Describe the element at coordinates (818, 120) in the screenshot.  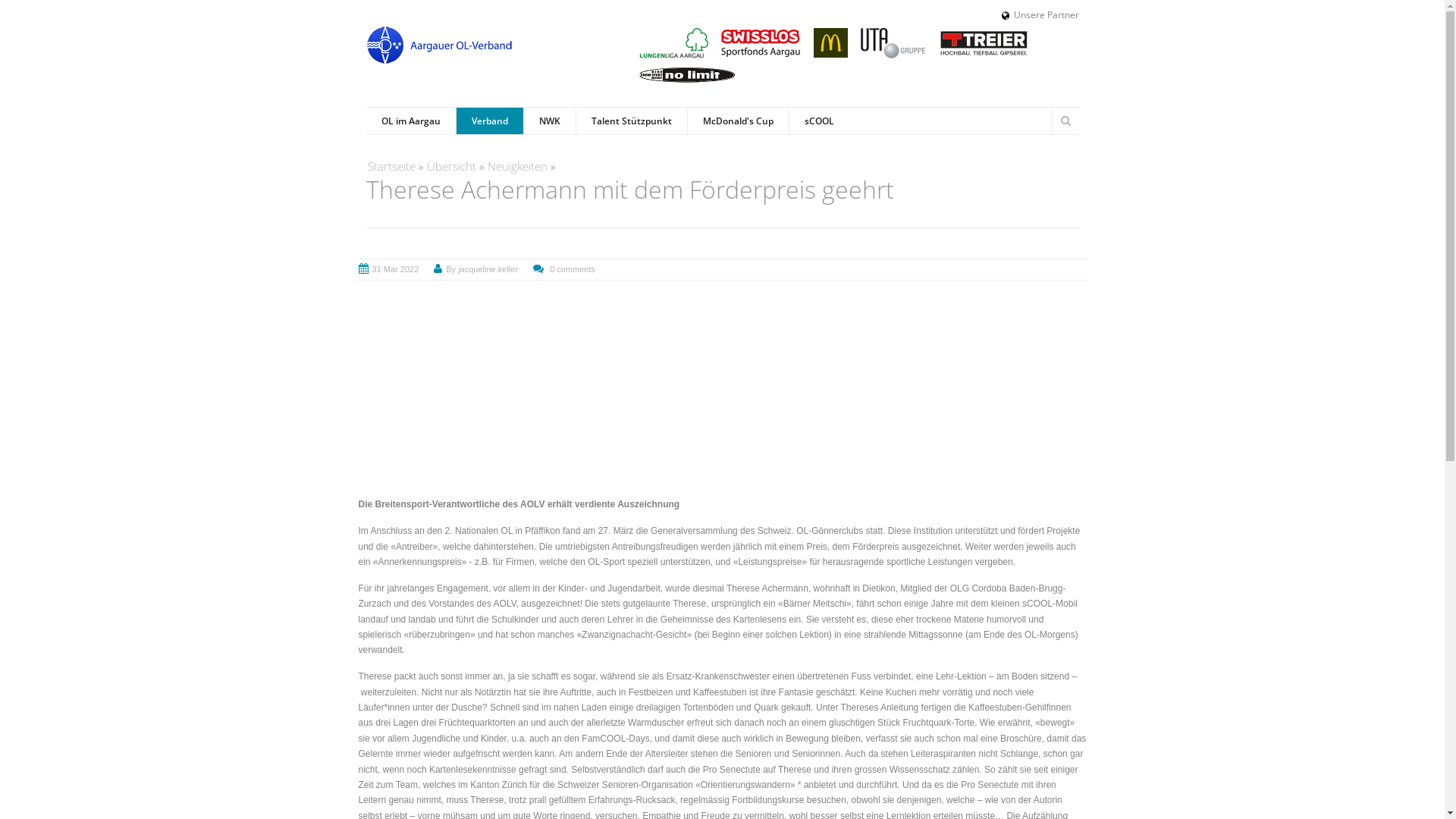
I see `'sCOOL'` at that location.